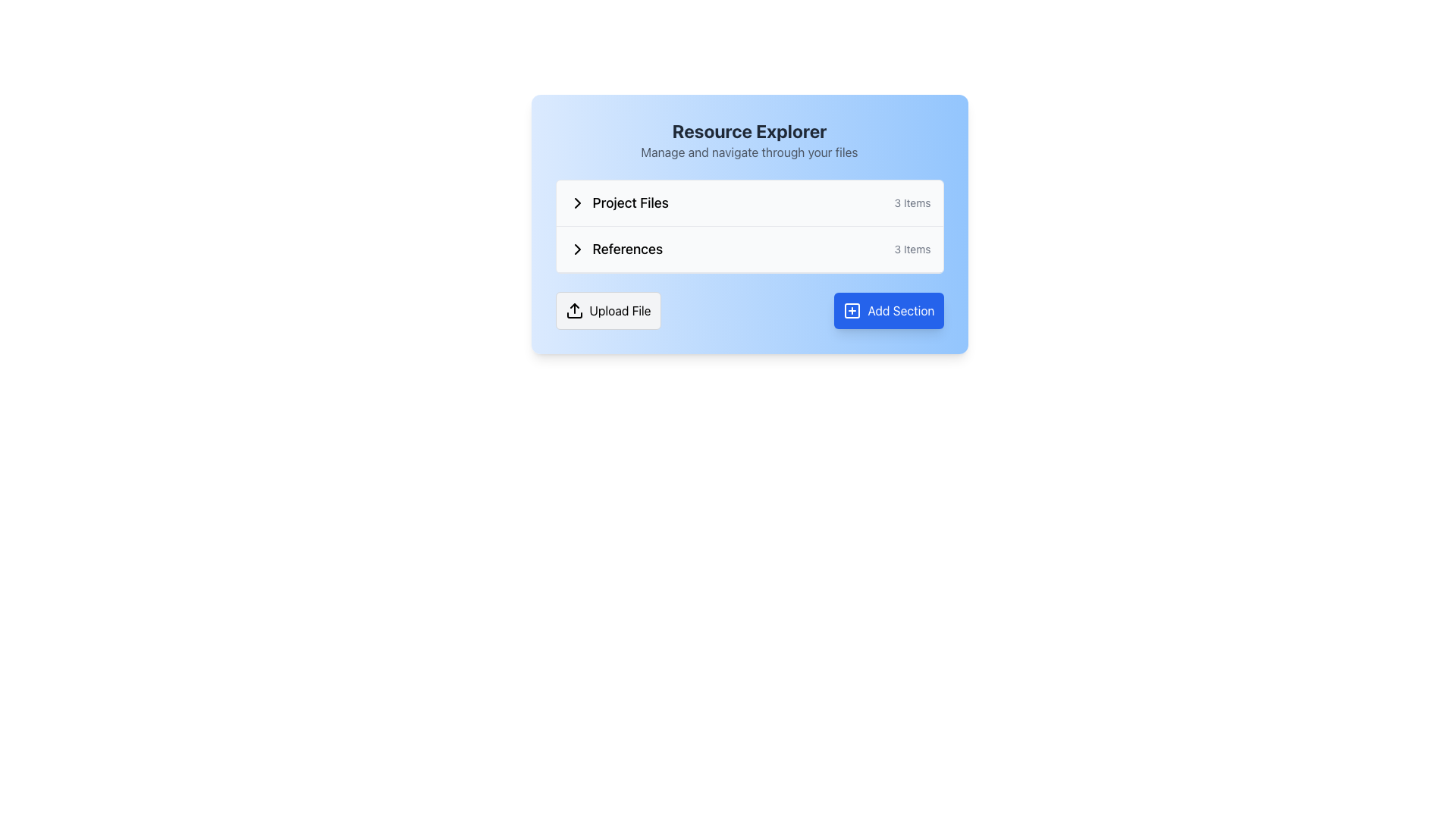 This screenshot has height=819, width=1456. I want to click on the 'Project Files' text label with a right-facing chevron icon located in the first row of the Resource Explorer interface, so click(618, 202).